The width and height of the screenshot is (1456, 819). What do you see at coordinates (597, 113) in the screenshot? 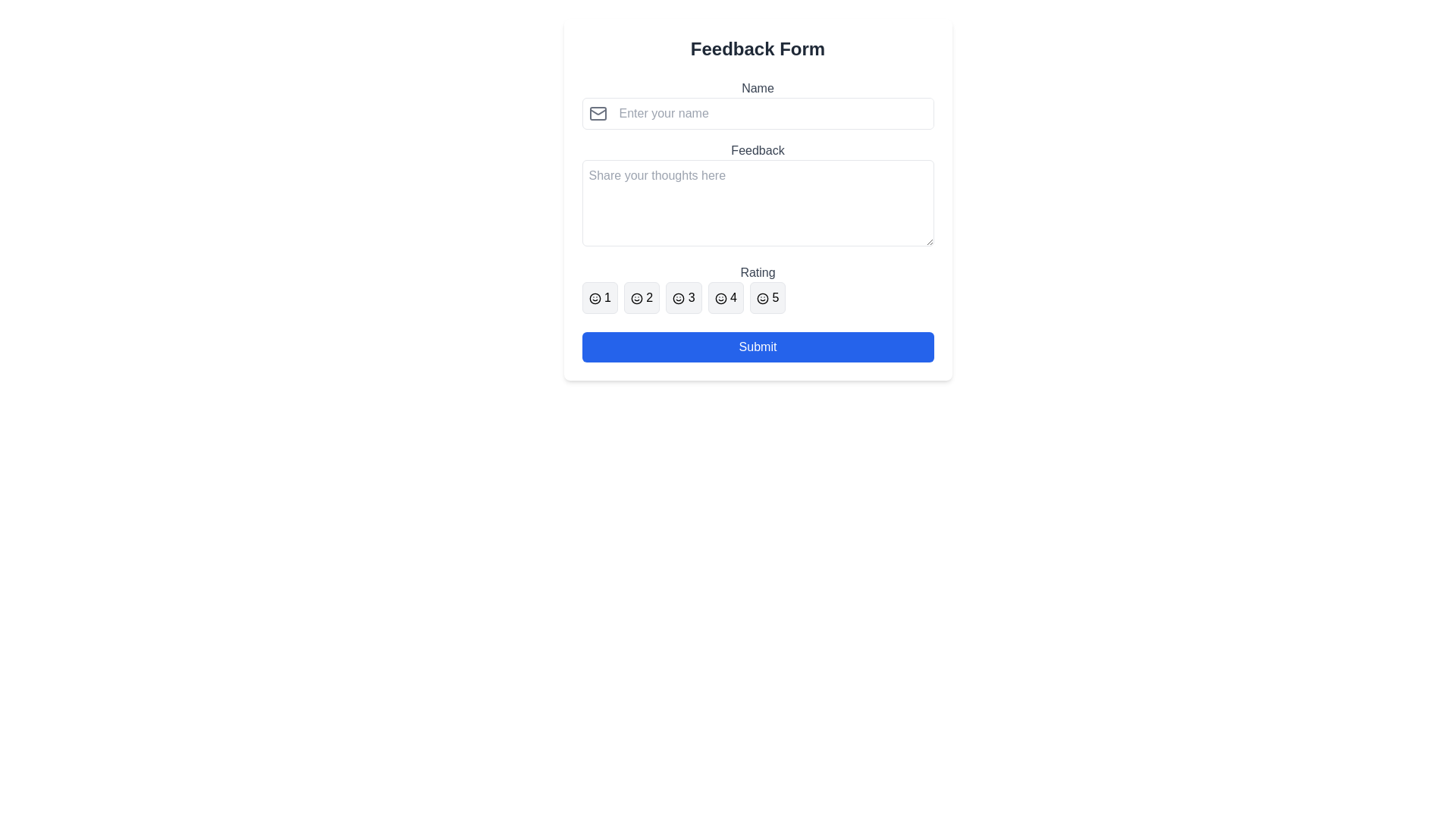
I see `the mail icon located on the left side of the 'Name' input field in the feedback form` at bounding box center [597, 113].